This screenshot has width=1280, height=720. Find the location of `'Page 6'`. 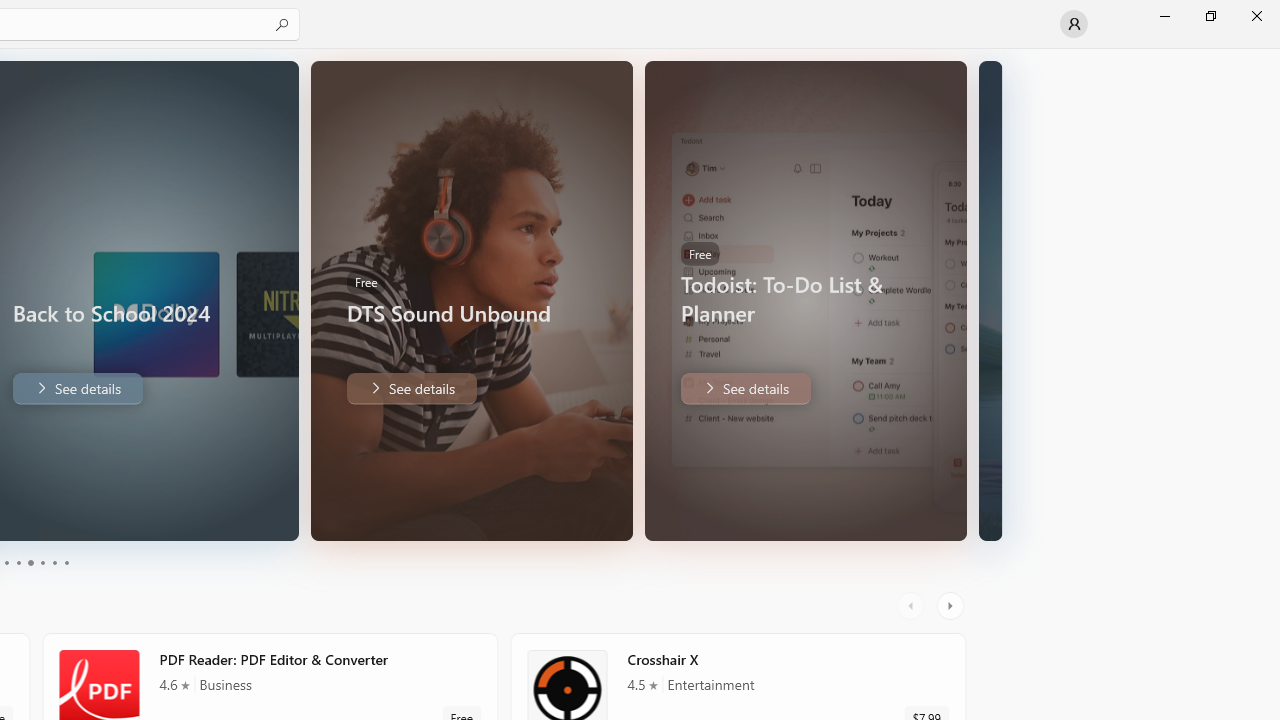

'Page 6' is located at coordinates (65, 563).